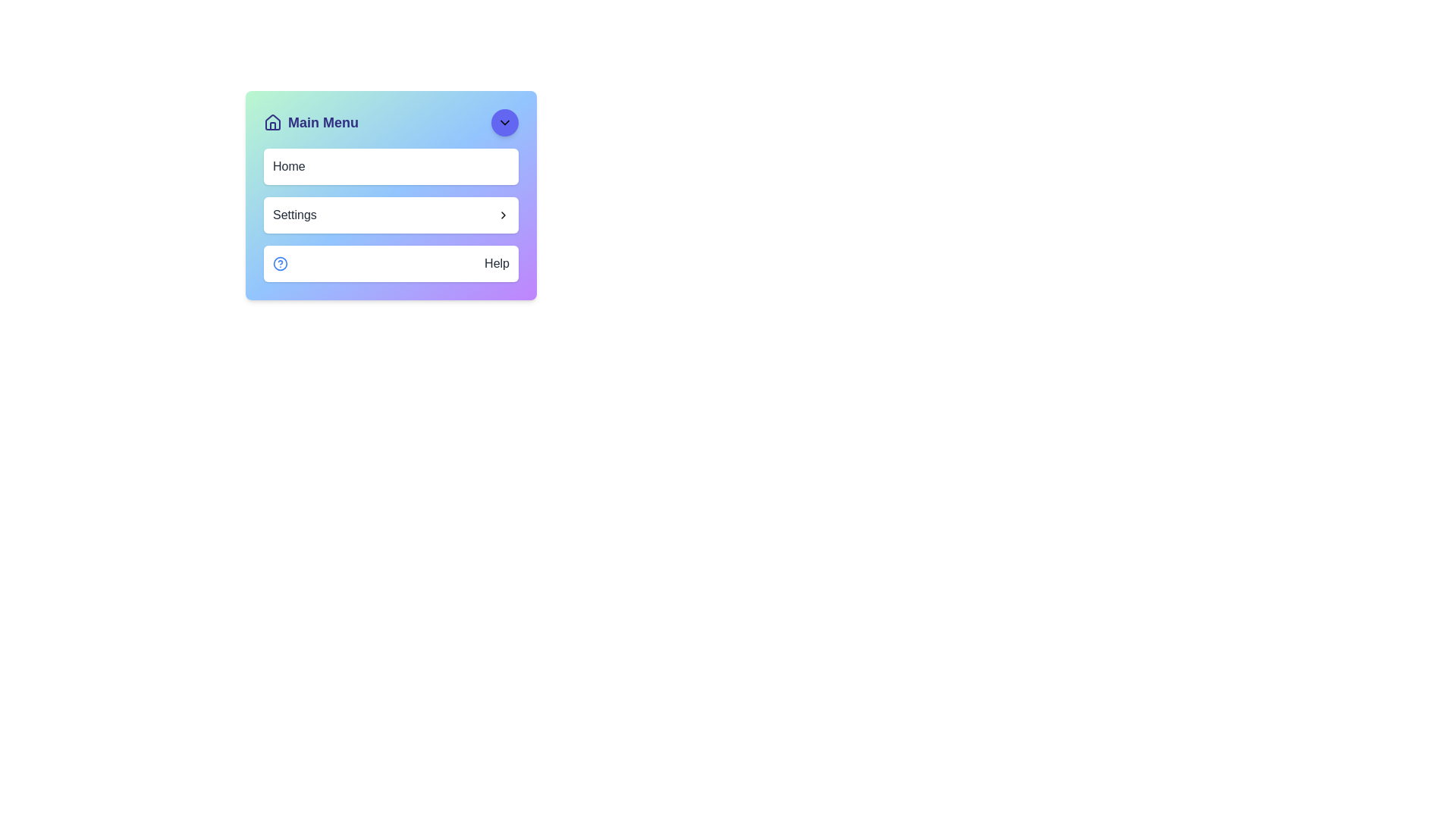 The height and width of the screenshot is (819, 1456). Describe the element at coordinates (289, 166) in the screenshot. I see `the text label that serves as a navigation label for the home section, positioned under the 'Main Menu' title and home icon` at that location.